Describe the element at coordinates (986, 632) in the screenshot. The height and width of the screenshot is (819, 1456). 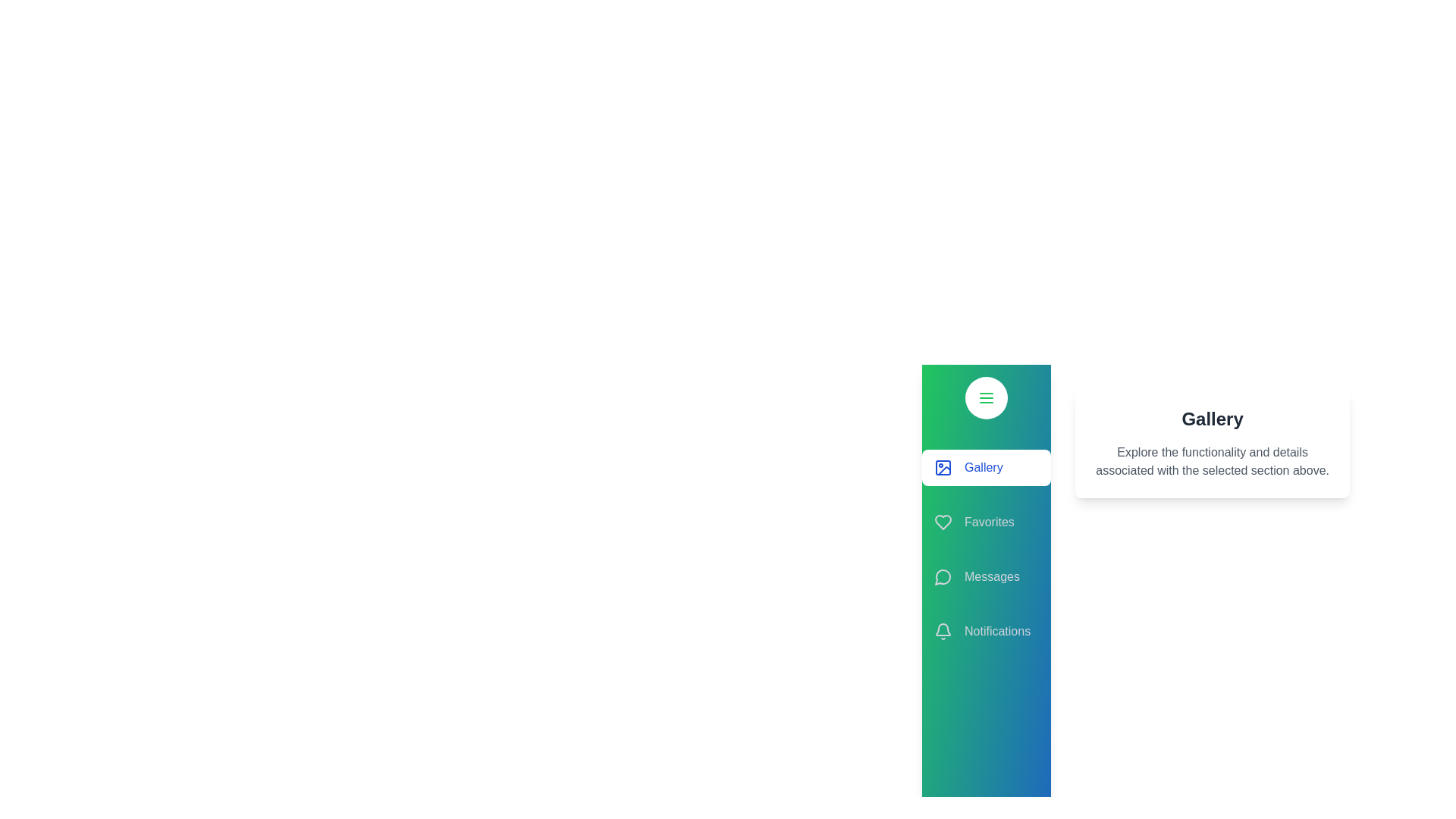
I see `the section Notifications in the EnhancedDrawer component` at that location.